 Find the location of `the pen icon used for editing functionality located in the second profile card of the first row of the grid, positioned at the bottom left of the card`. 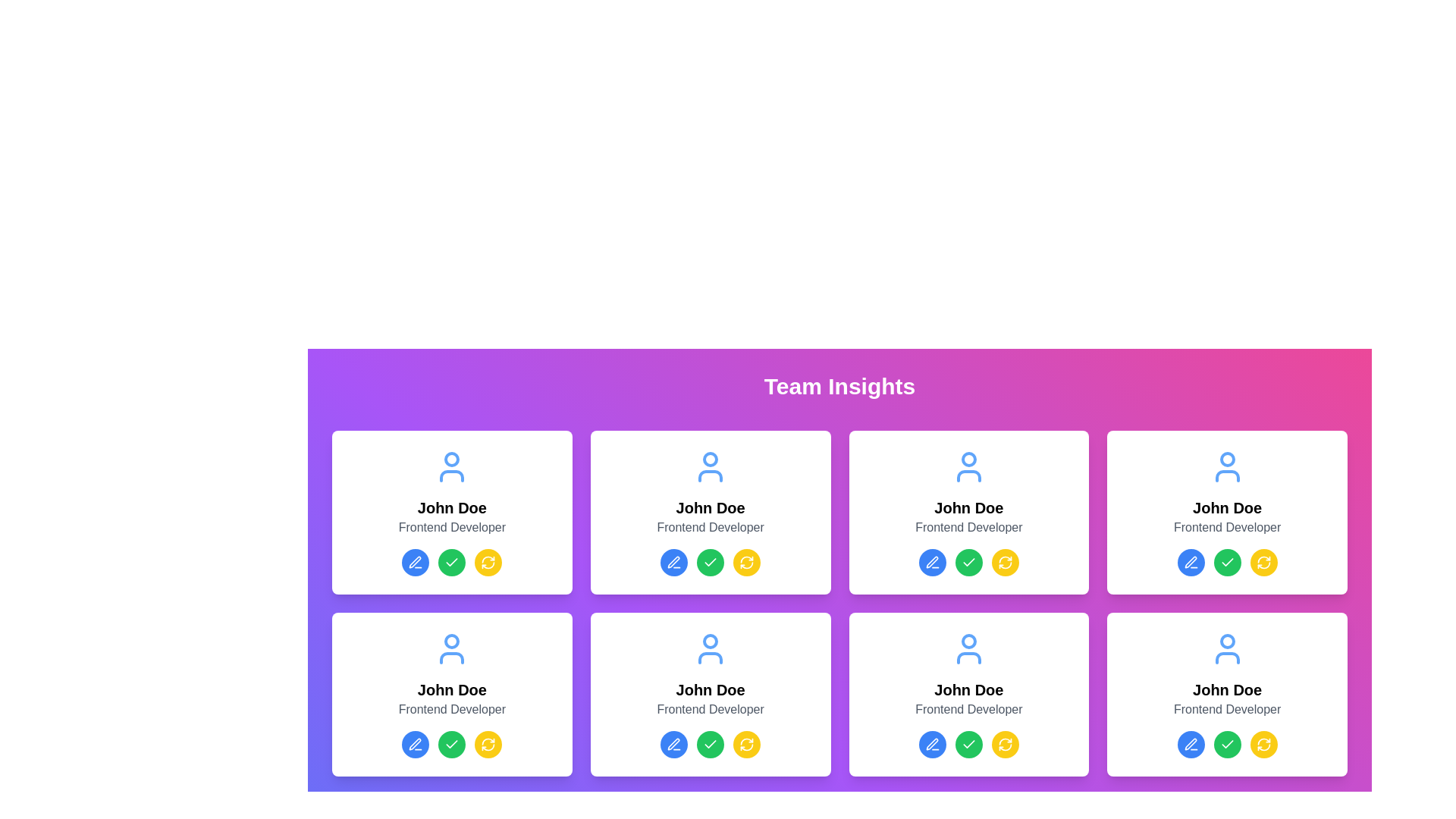

the pen icon used for editing functionality located in the second profile card of the first row of the grid, positioned at the bottom left of the card is located at coordinates (931, 562).